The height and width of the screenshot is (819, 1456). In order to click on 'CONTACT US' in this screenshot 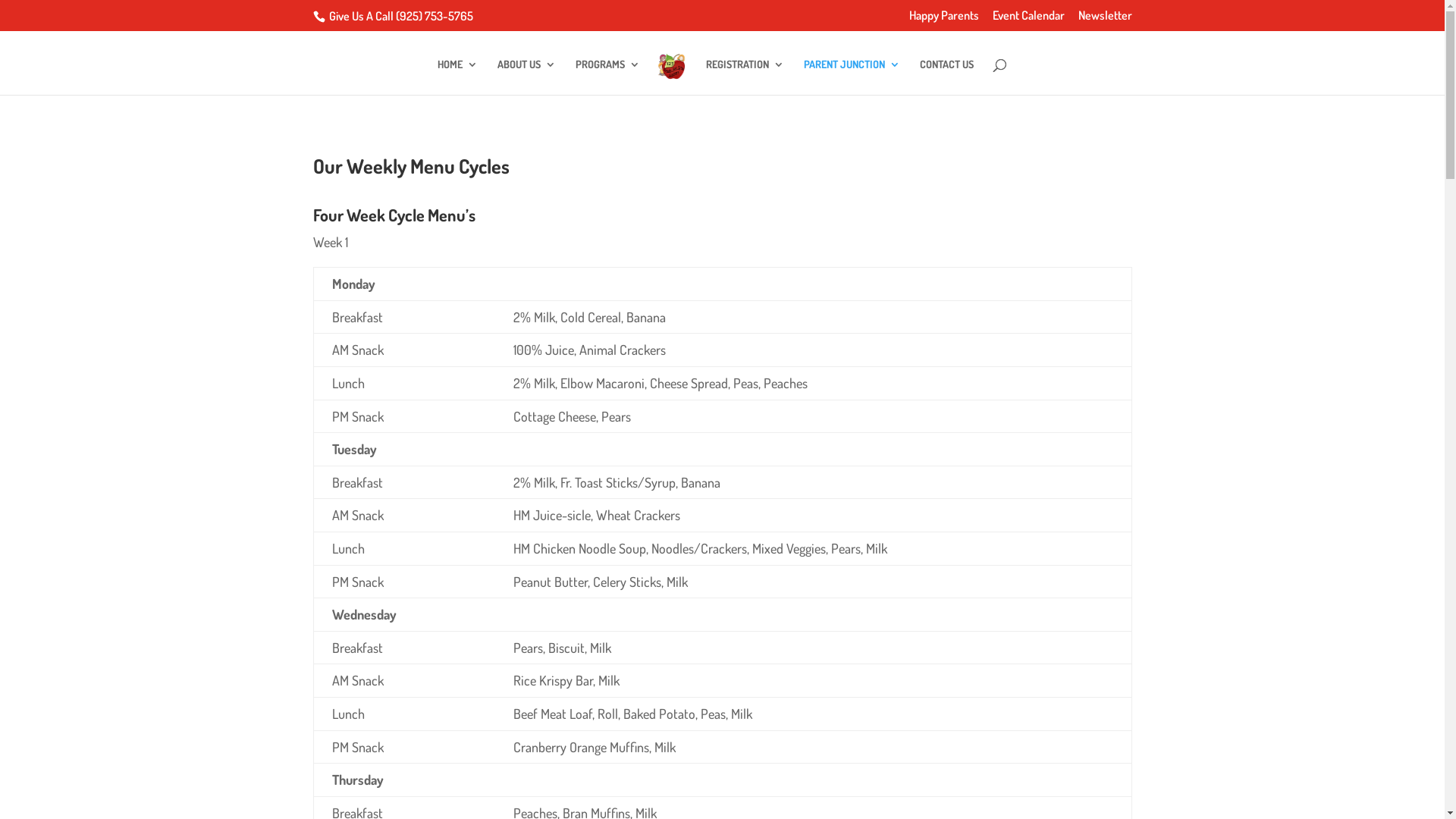, I will do `click(946, 77)`.